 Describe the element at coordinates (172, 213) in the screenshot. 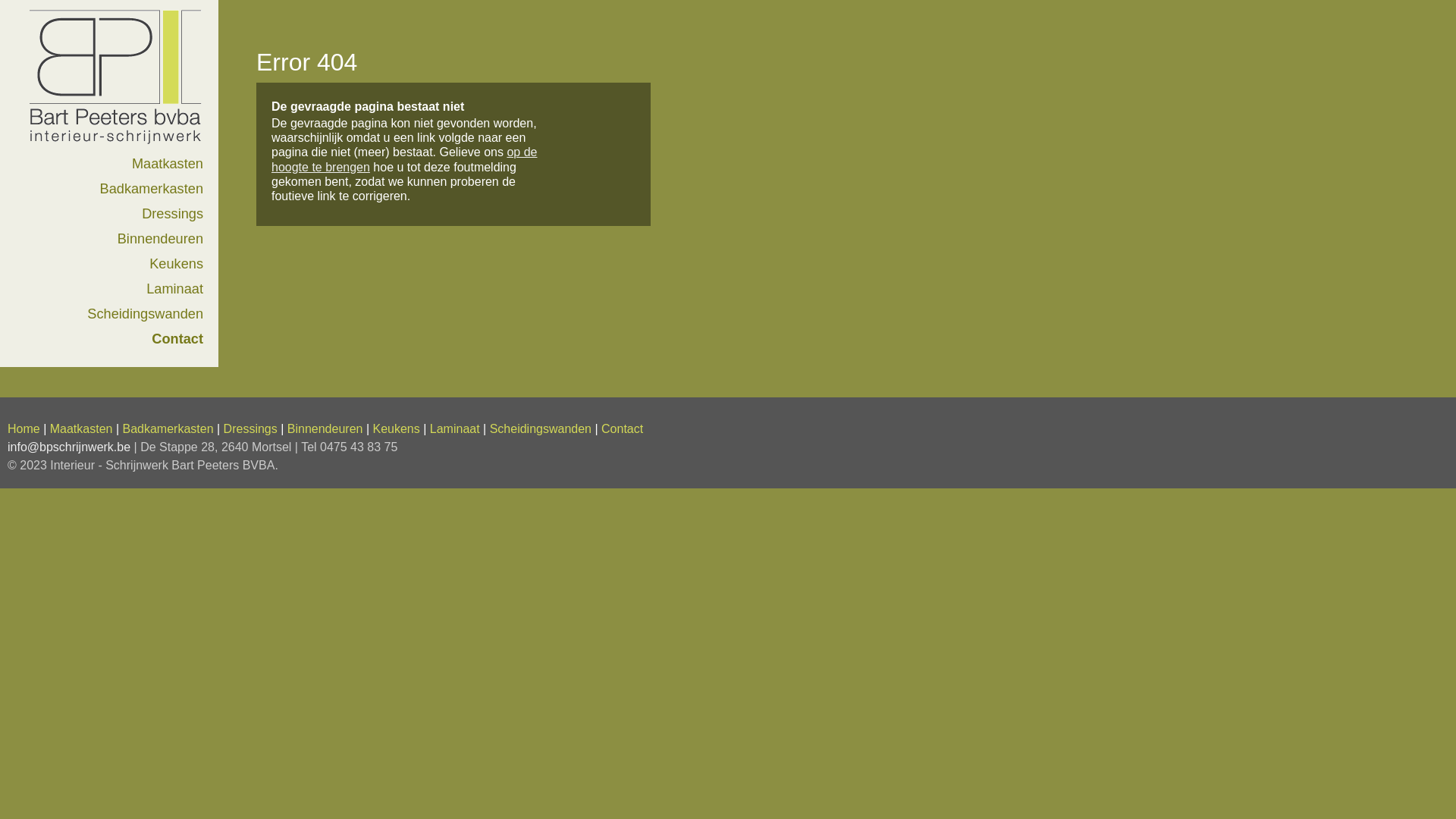

I see `'Dressings'` at that location.